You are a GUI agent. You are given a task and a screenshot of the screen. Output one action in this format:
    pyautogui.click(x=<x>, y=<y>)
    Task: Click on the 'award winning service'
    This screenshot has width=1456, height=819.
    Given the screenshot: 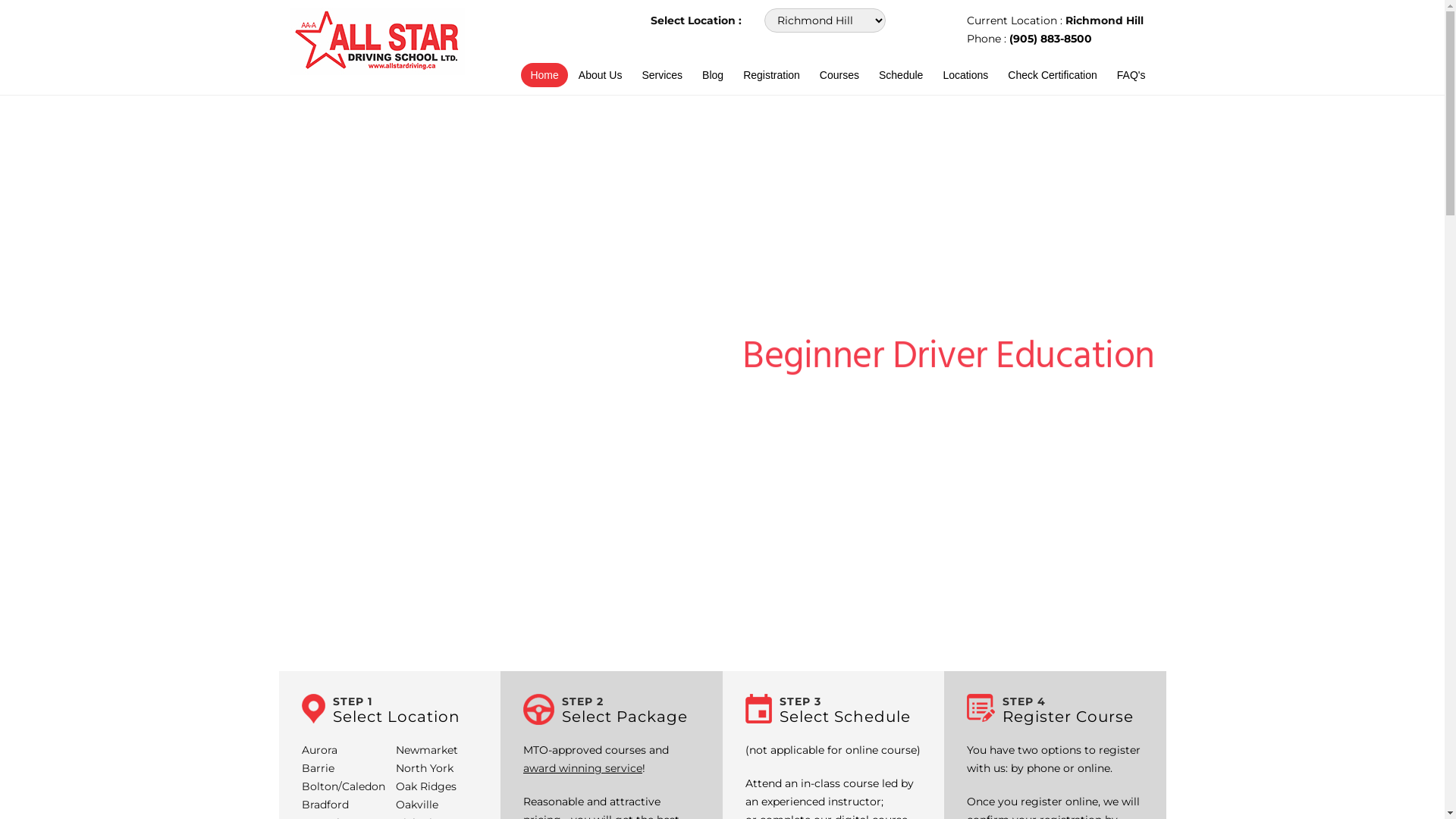 What is the action you would take?
    pyautogui.click(x=582, y=768)
    